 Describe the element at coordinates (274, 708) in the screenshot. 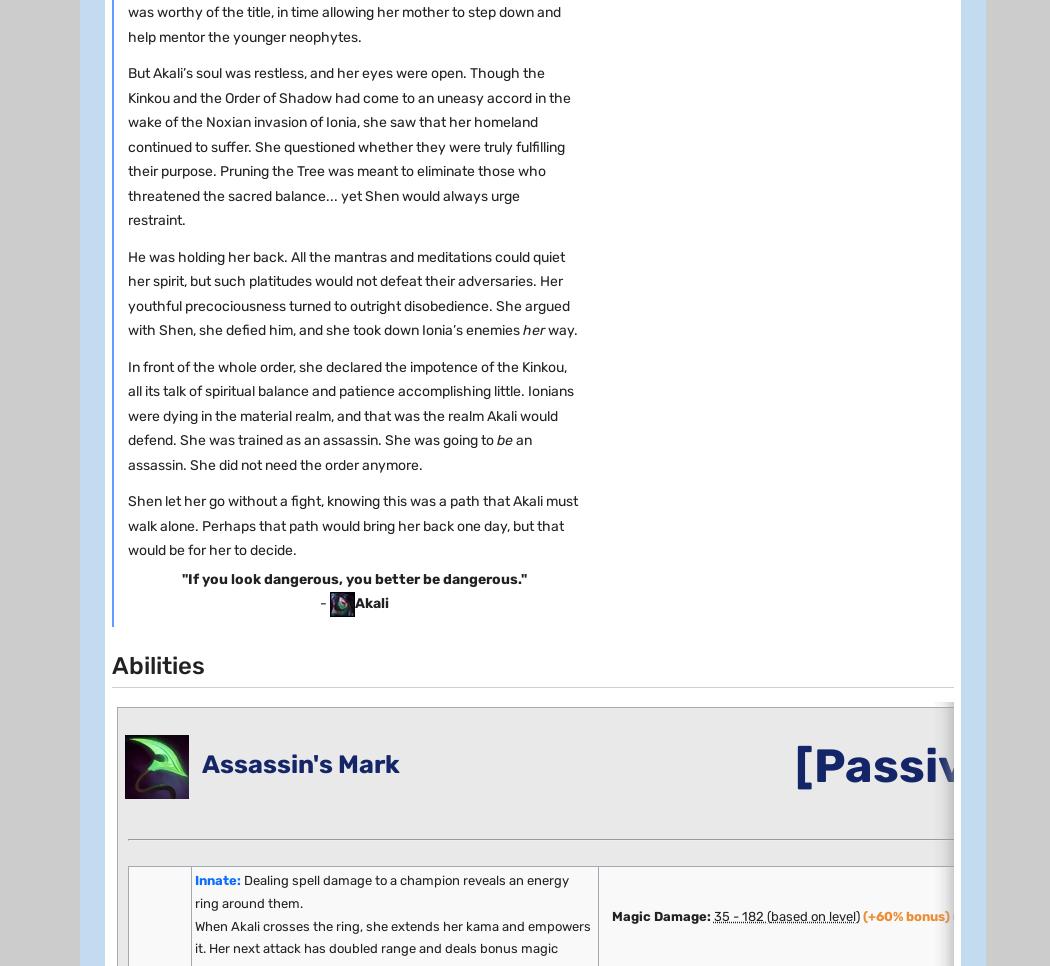

I see `'[100/85/70]'` at that location.